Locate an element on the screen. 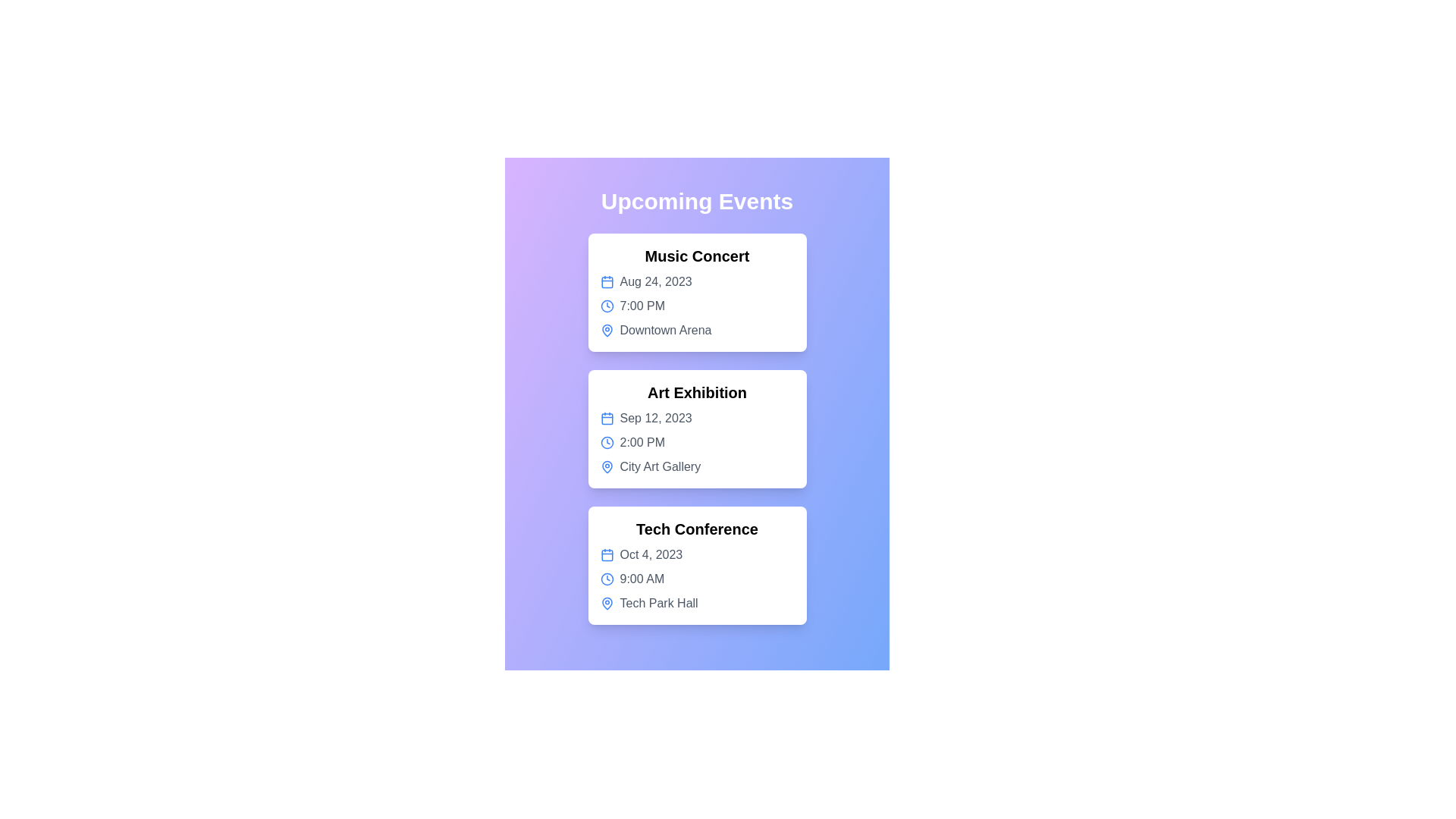 This screenshot has height=819, width=1456. the location or map pin icon adjacent to the text 'Downtown Arena' in the 'Music Concert' event card is located at coordinates (607, 466).